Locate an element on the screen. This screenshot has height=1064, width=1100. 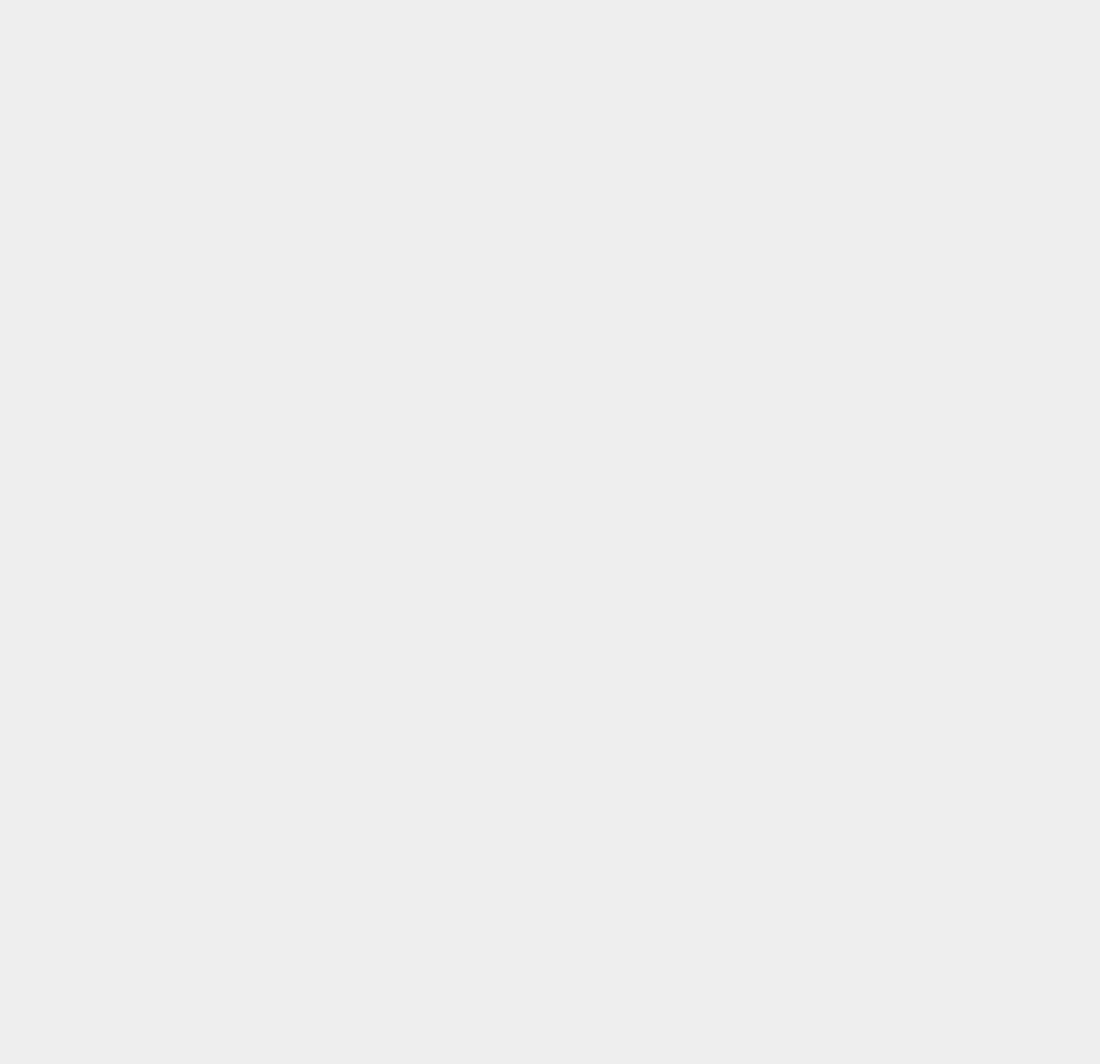
'Oppo' is located at coordinates (794, 100).